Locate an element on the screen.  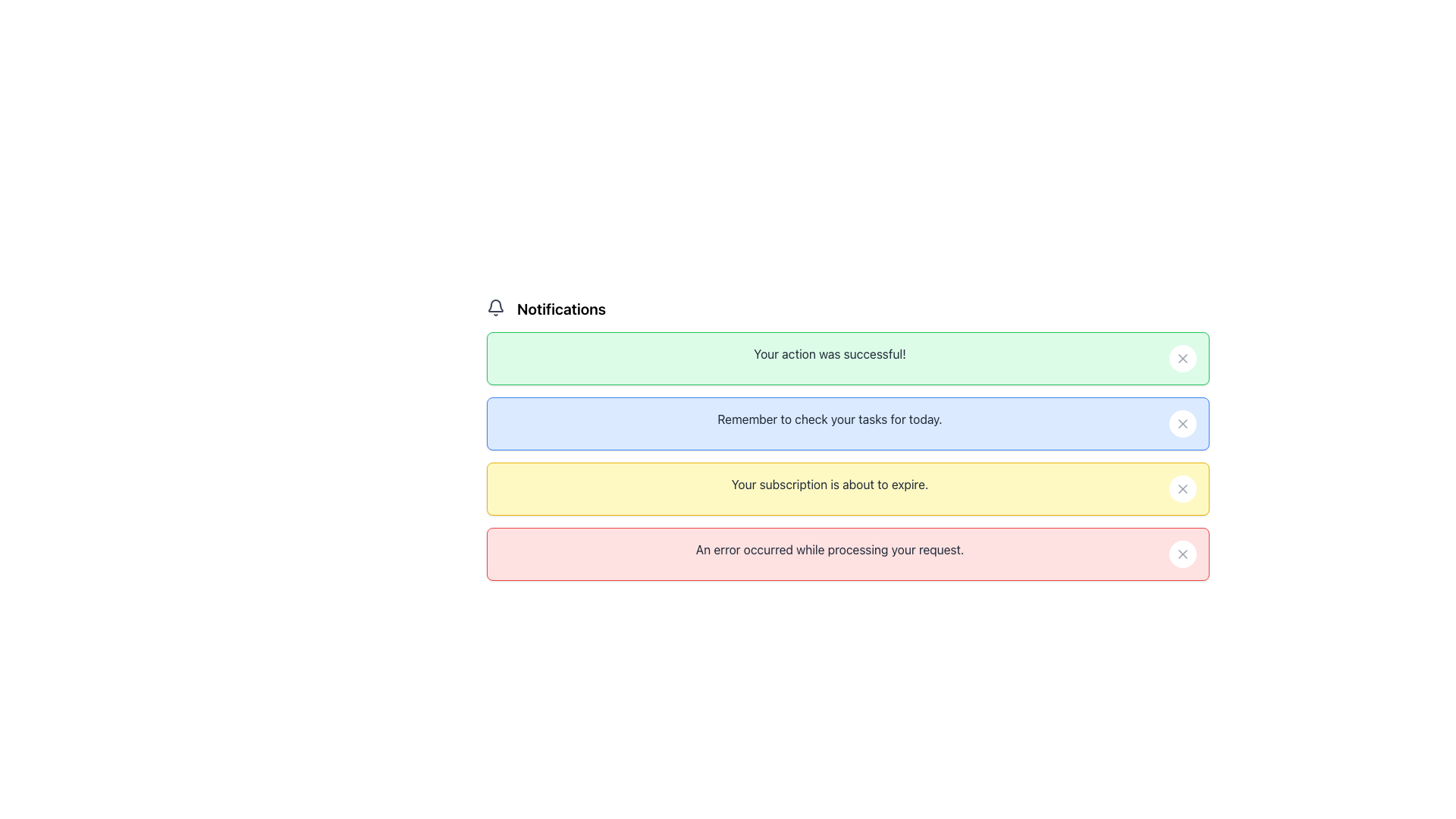
the diagonal line segment of the close icon located at the top right corner of the green notification box labeled 'Your action was successful!' is located at coordinates (1182, 359).